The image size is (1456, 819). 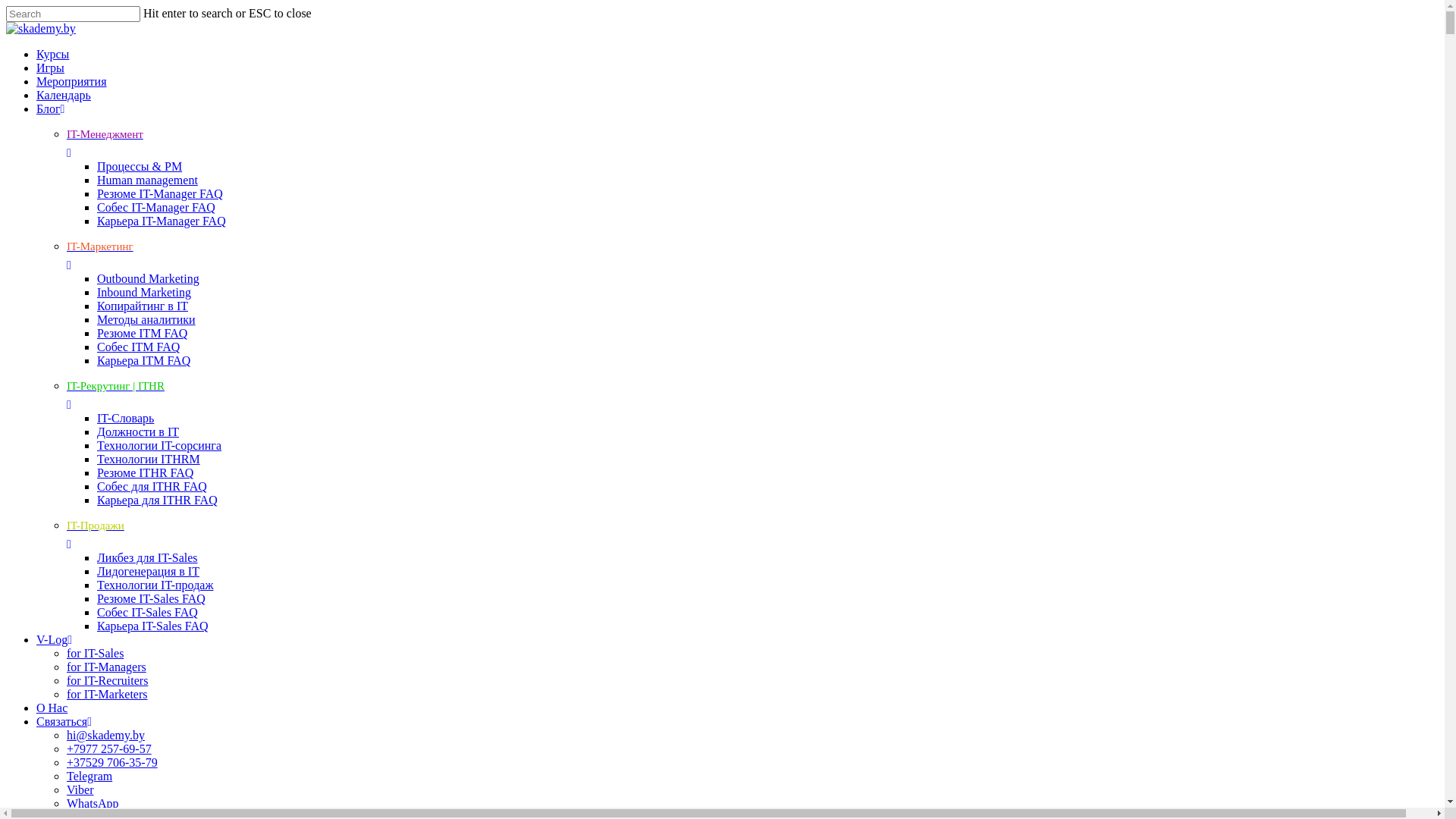 I want to click on 'for IT-Managers', so click(x=105, y=666).